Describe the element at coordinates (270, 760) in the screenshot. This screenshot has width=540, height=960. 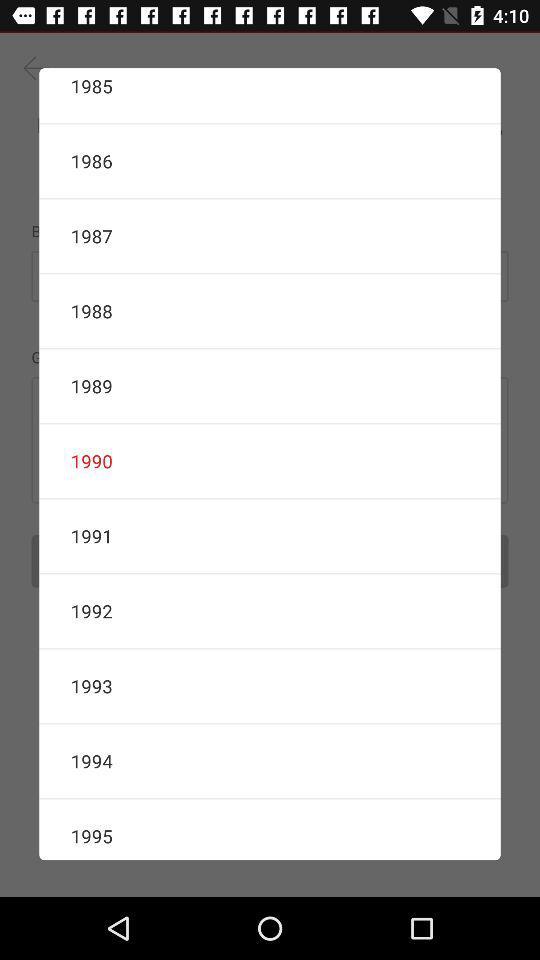
I see `the icon below 1993 item` at that location.